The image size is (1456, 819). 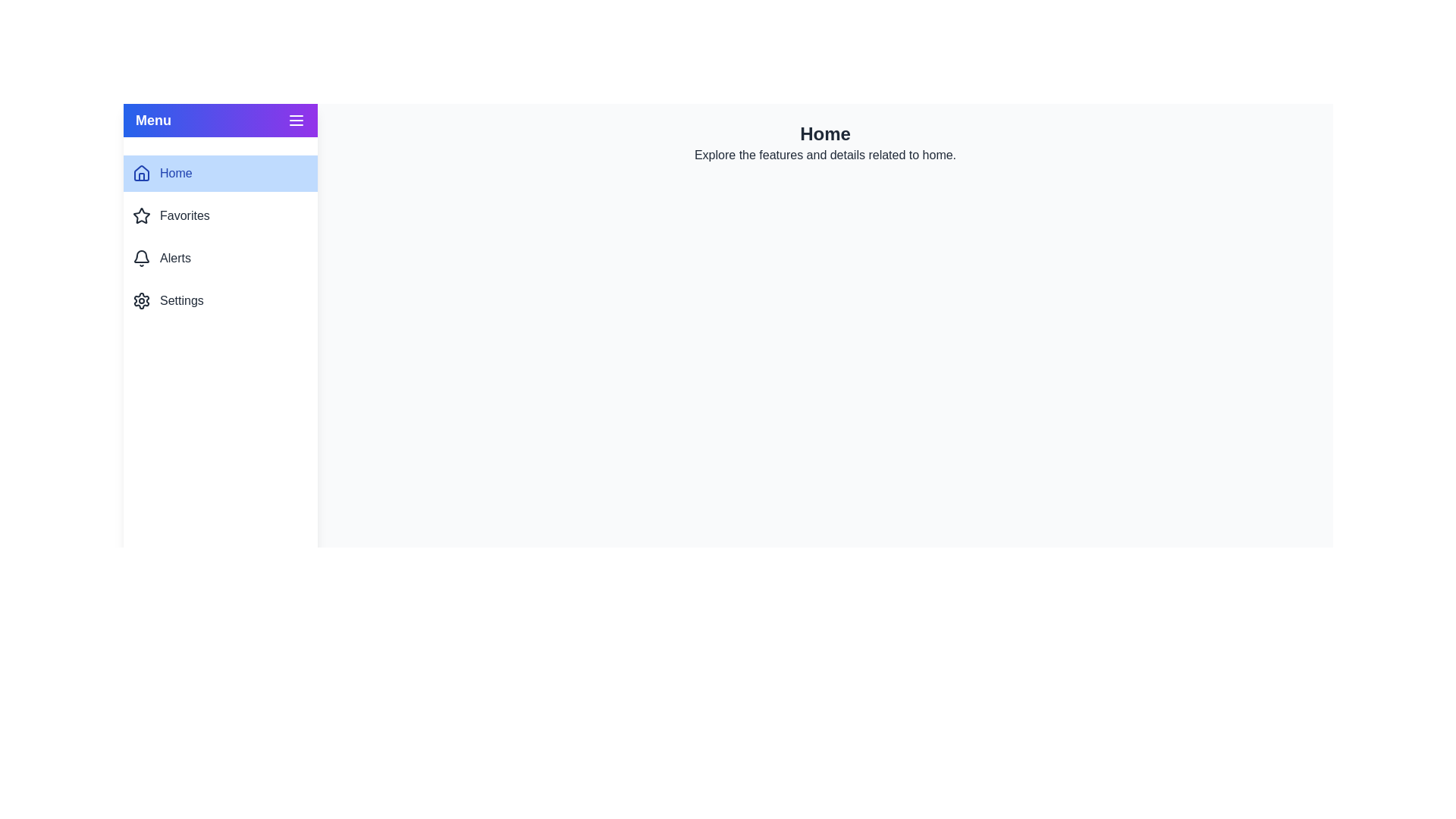 I want to click on the 'Settings' button located as the fourth item in the vertical list of navigation options in the sidebar, situated below 'Alerts', so click(x=220, y=301).